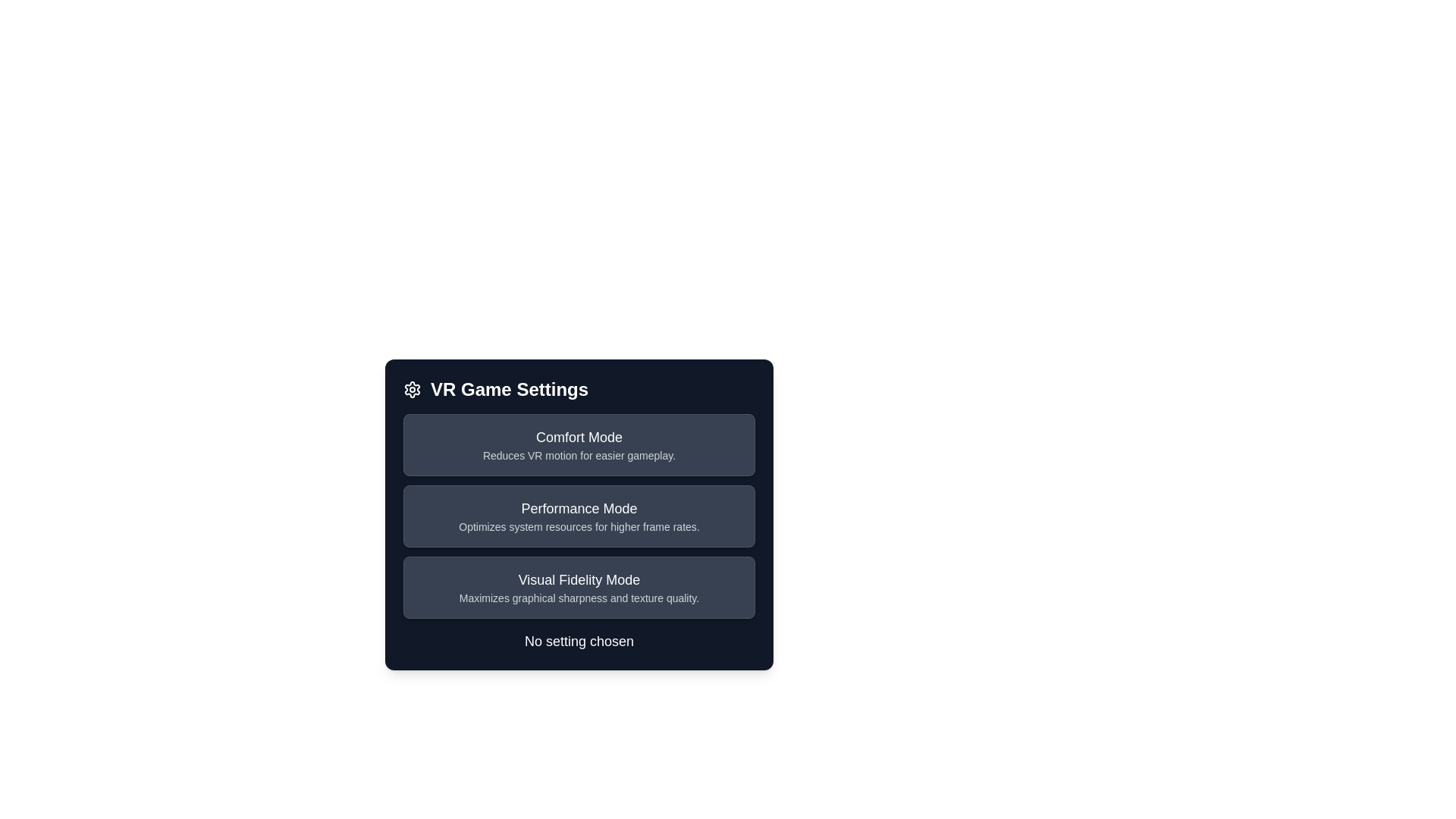 The height and width of the screenshot is (819, 1456). What do you see at coordinates (578, 579) in the screenshot?
I see `text content of the header label for 'Visual Fidelity Mode' which is centrally positioned at the top of its section` at bounding box center [578, 579].